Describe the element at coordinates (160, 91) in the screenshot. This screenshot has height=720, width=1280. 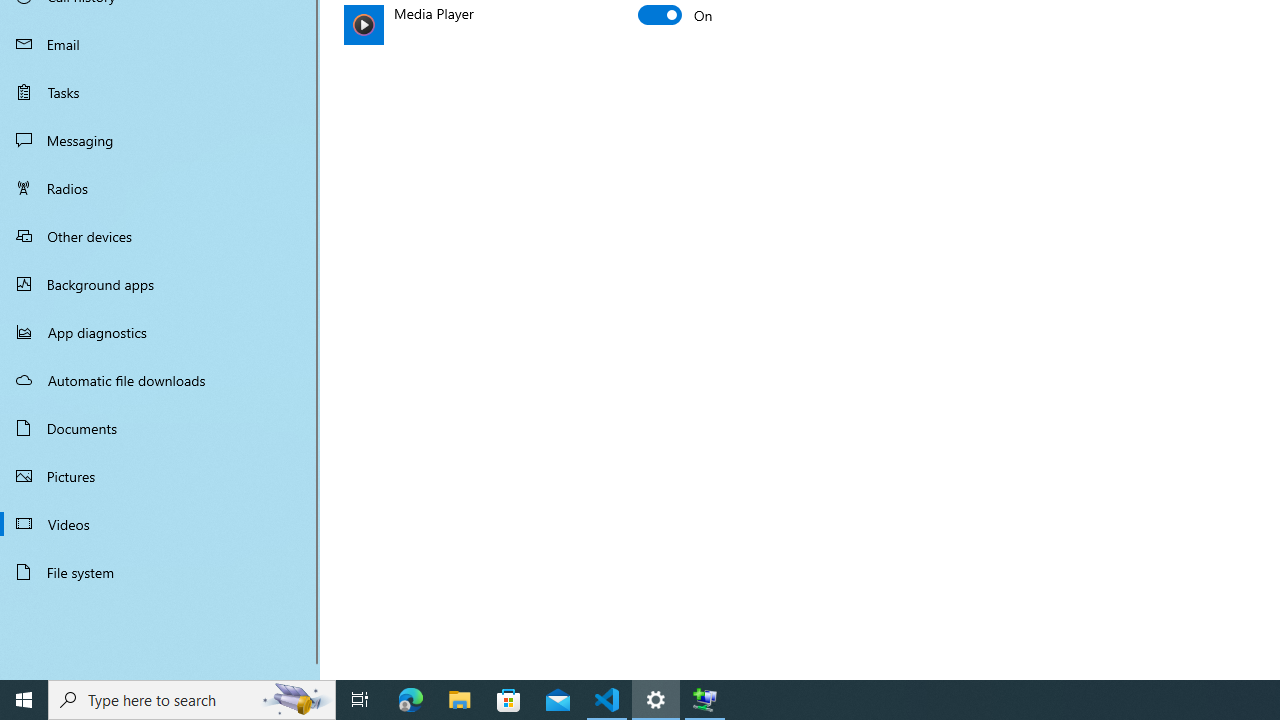
I see `'Tasks'` at that location.